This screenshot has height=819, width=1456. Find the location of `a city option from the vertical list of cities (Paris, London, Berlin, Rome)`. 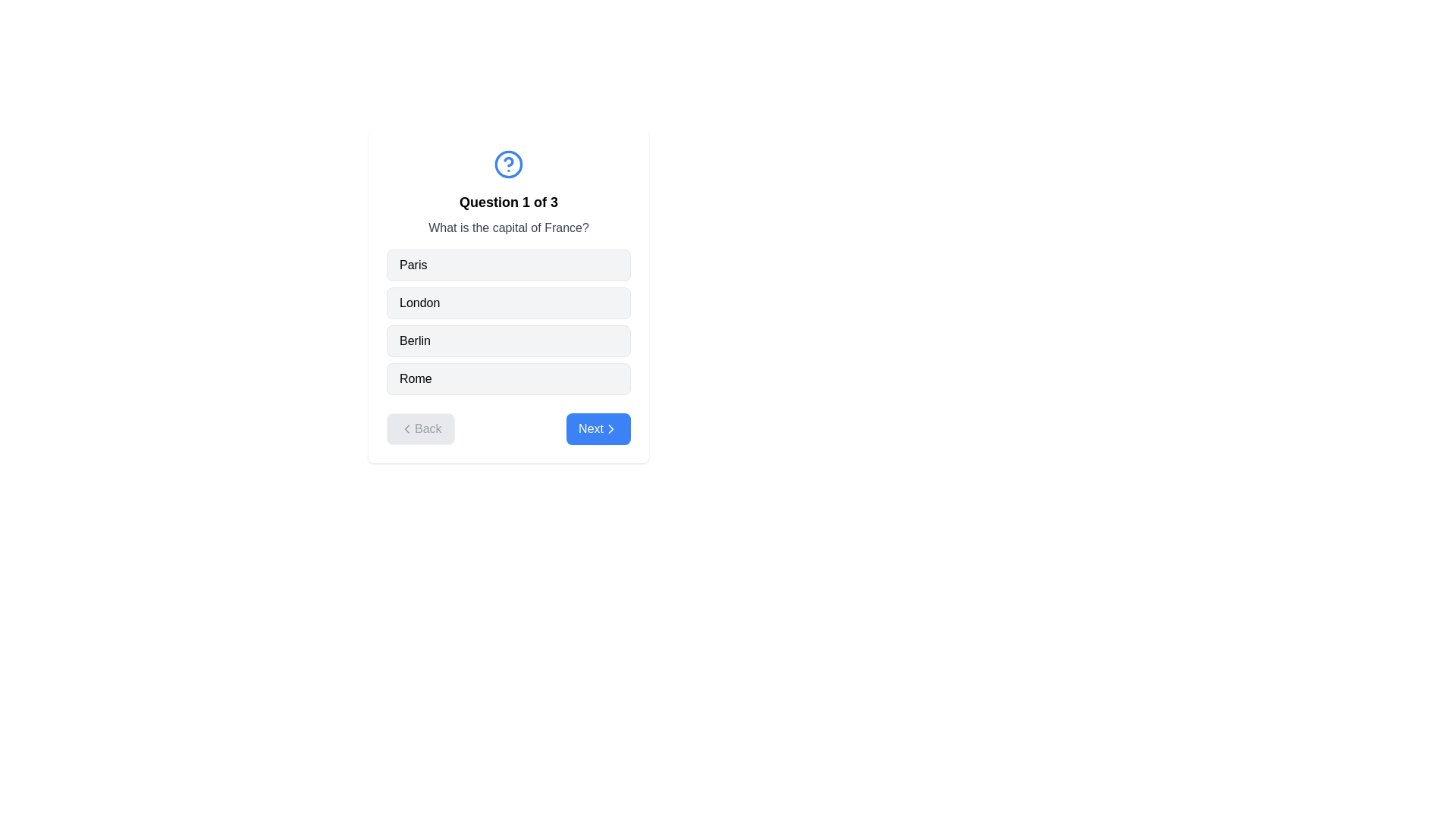

a city option from the vertical list of cities (Paris, London, Berlin, Rome) is located at coordinates (509, 321).